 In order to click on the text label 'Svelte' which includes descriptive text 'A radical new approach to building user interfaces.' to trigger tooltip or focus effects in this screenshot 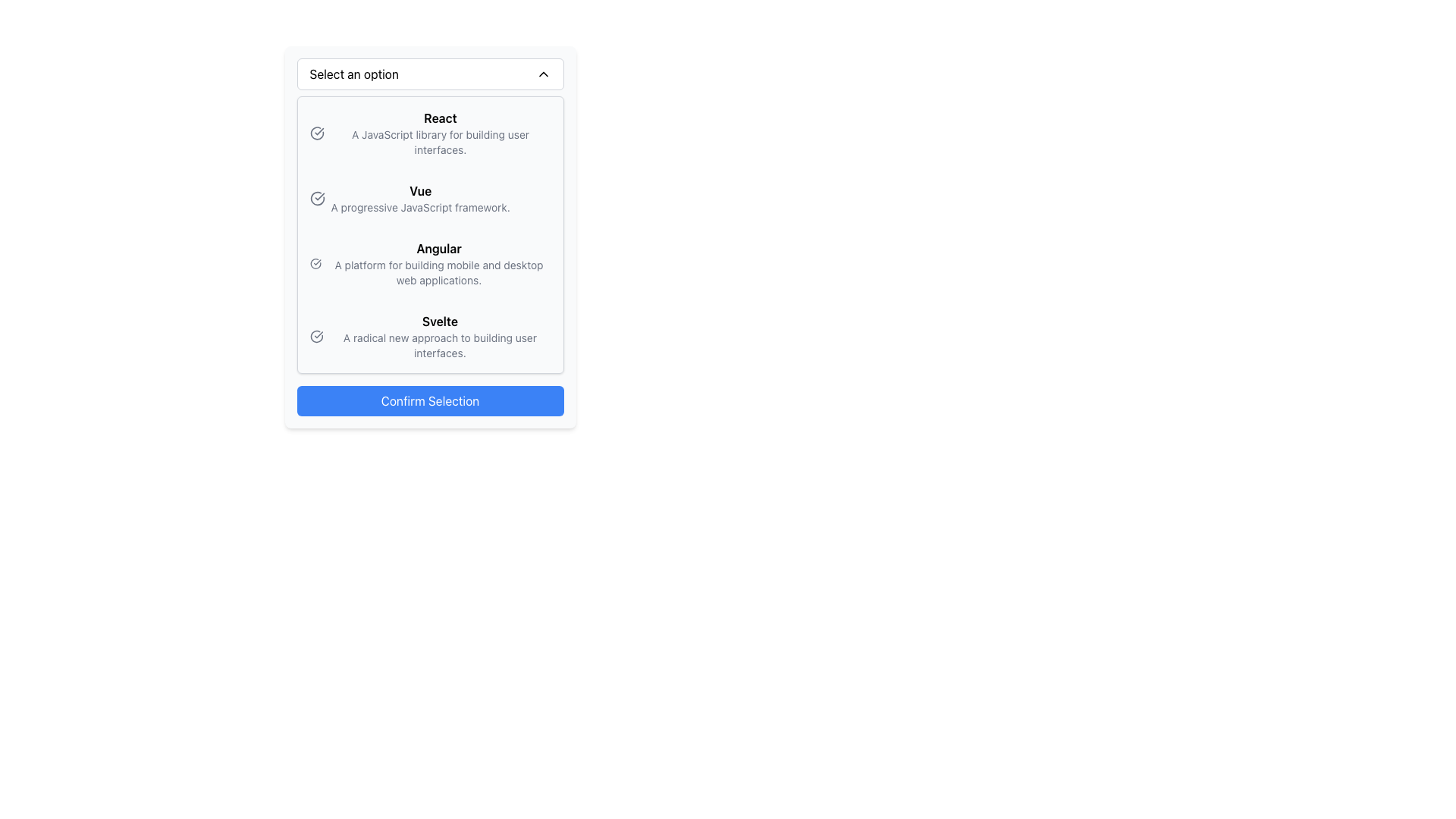, I will do `click(439, 335)`.